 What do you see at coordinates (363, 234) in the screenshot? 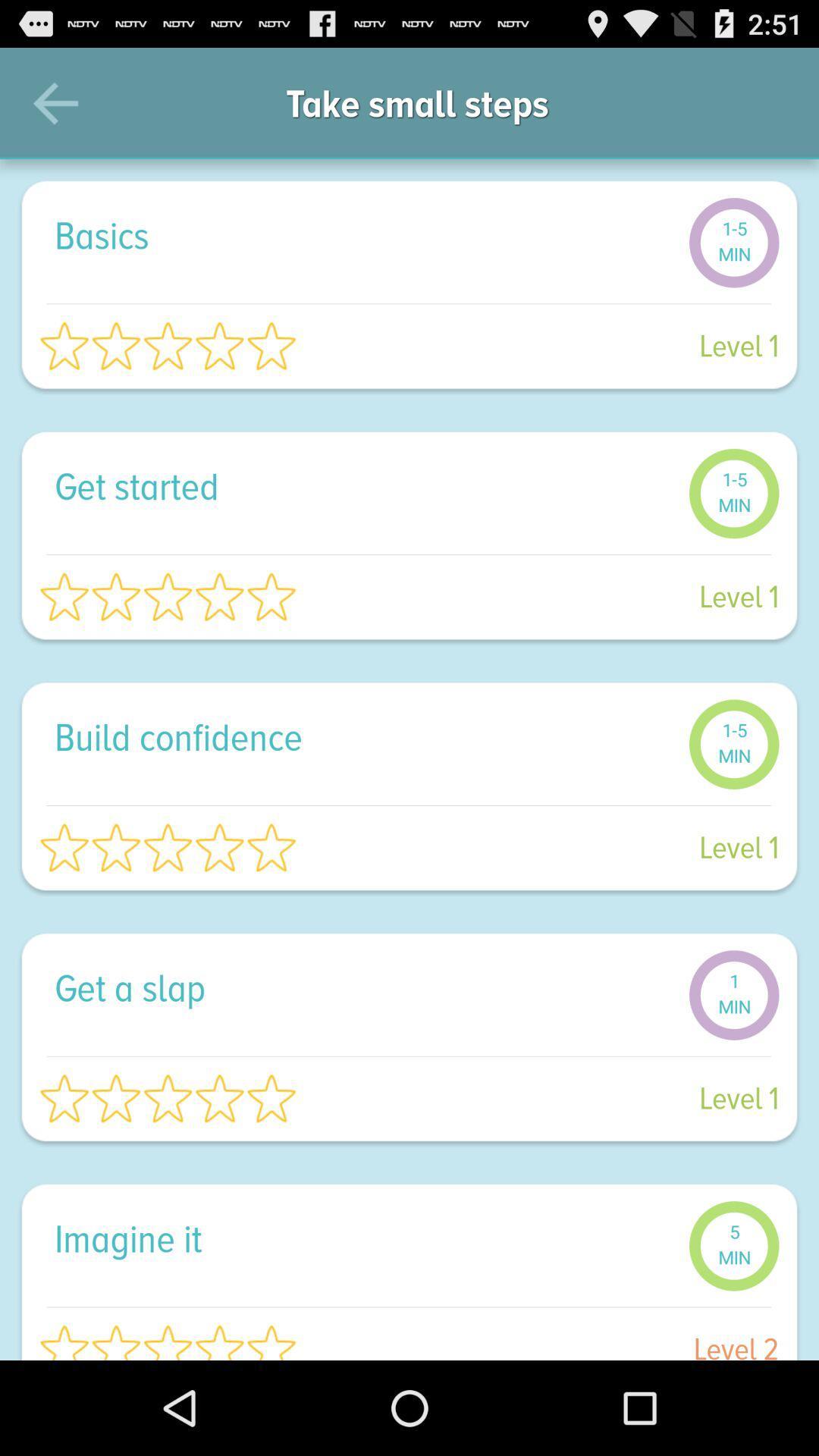
I see `the basics icon` at bounding box center [363, 234].